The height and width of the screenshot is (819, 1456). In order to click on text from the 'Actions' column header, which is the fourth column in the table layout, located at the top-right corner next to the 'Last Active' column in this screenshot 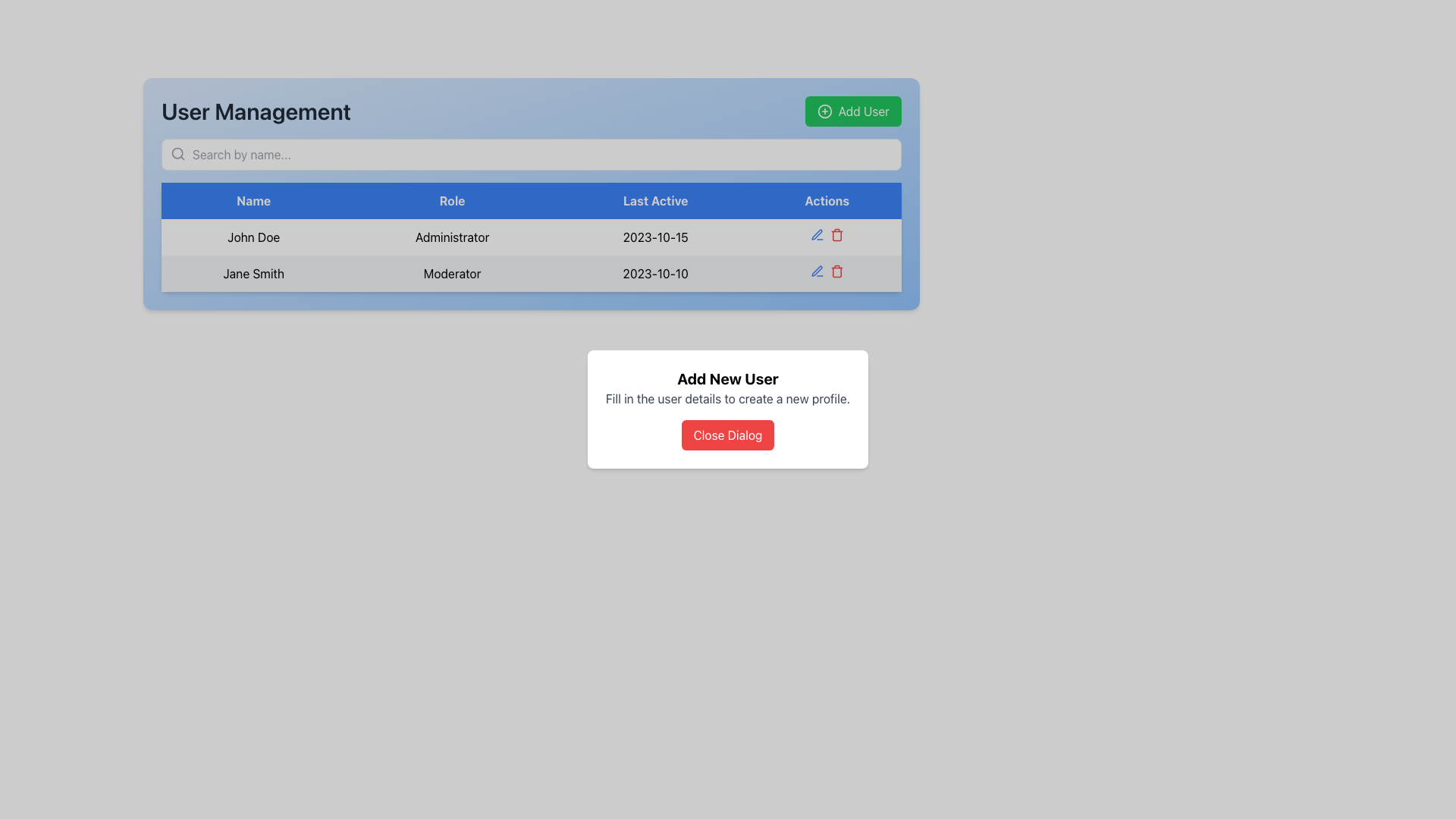, I will do `click(826, 200)`.